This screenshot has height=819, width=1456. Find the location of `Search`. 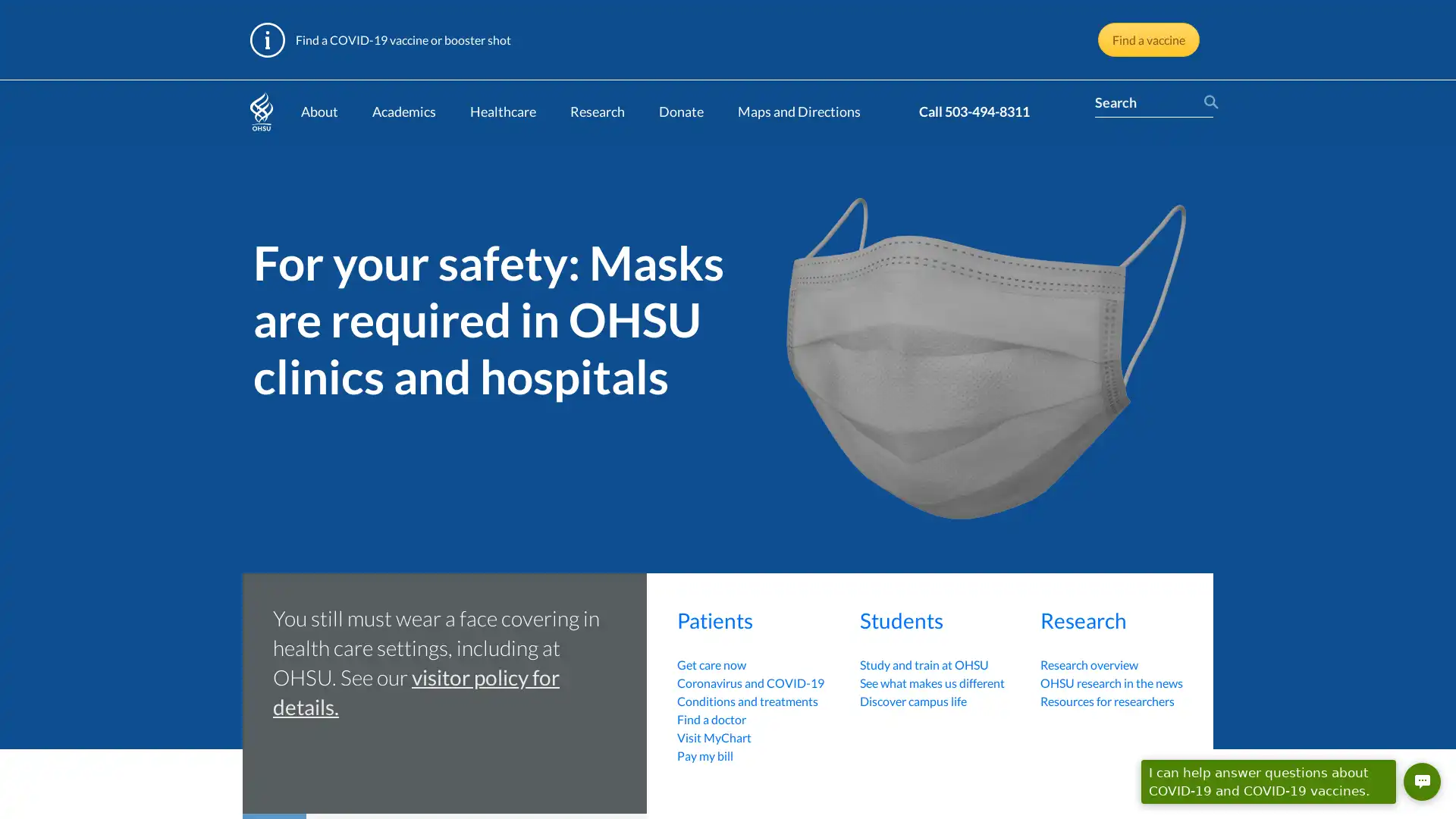

Search is located at coordinates (1207, 102).